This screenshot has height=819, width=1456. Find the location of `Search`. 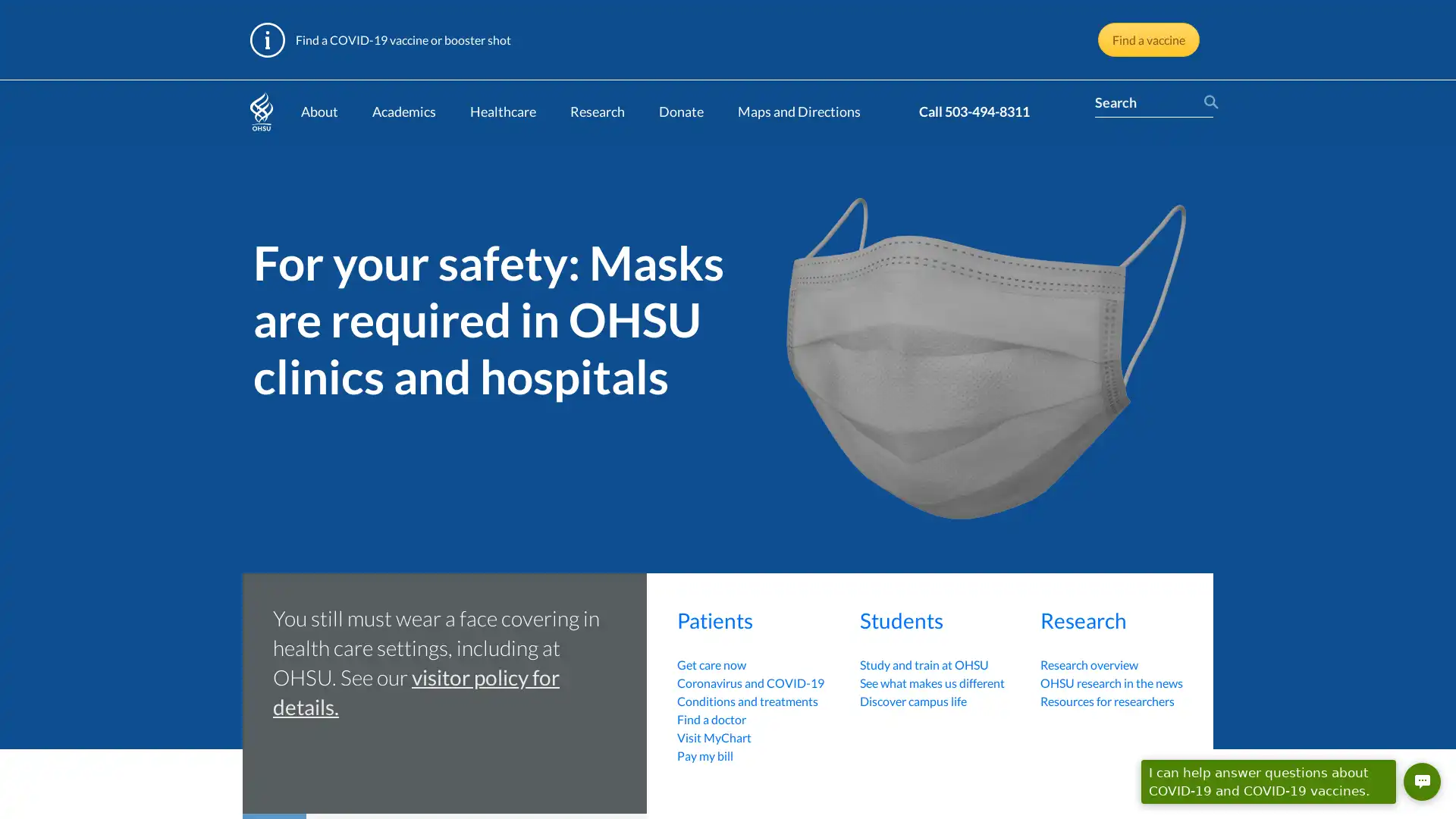

Search is located at coordinates (1207, 102).